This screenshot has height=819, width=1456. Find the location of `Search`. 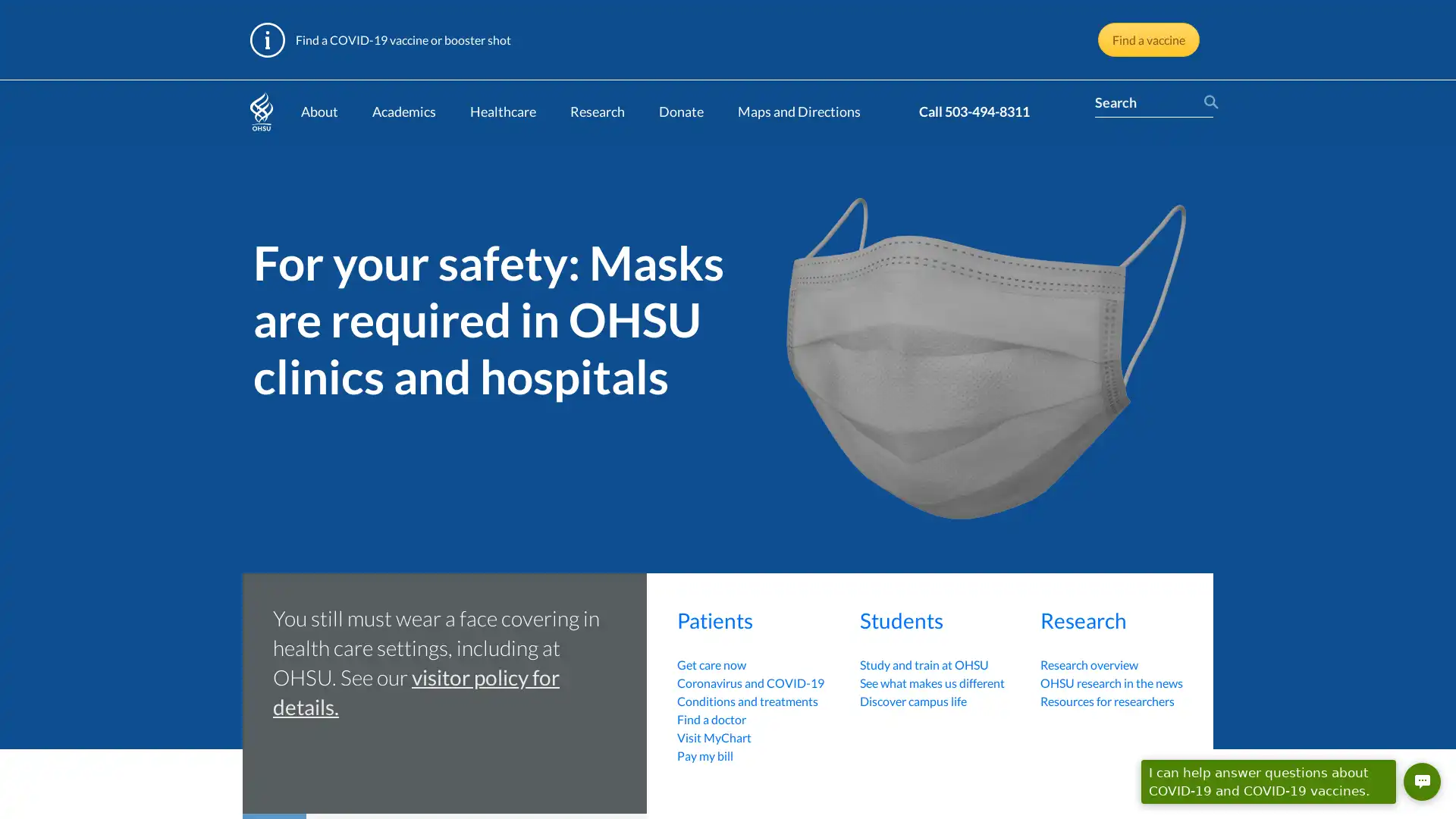

Search is located at coordinates (1207, 102).